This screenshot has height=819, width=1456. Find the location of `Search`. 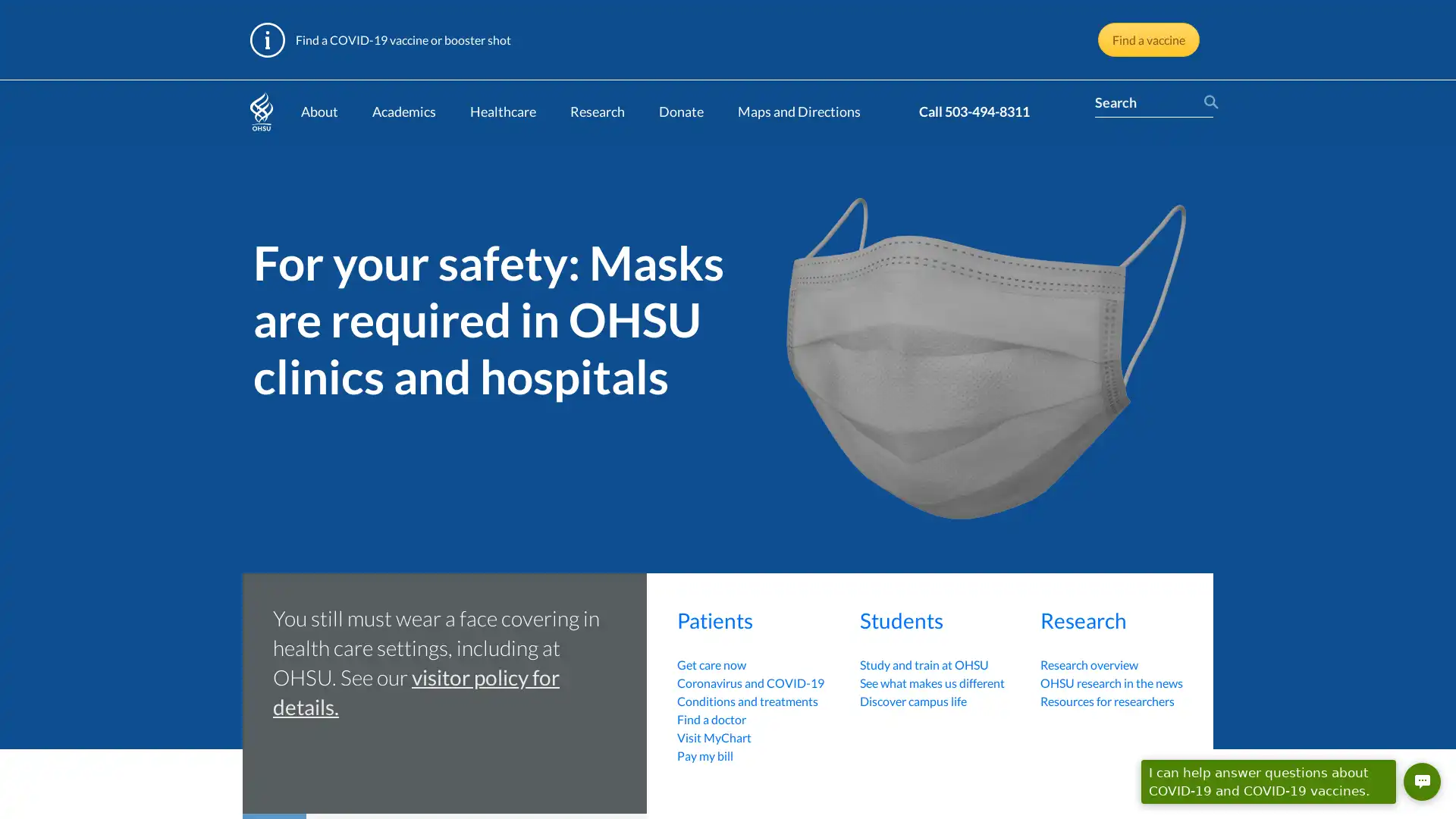

Search is located at coordinates (1207, 102).